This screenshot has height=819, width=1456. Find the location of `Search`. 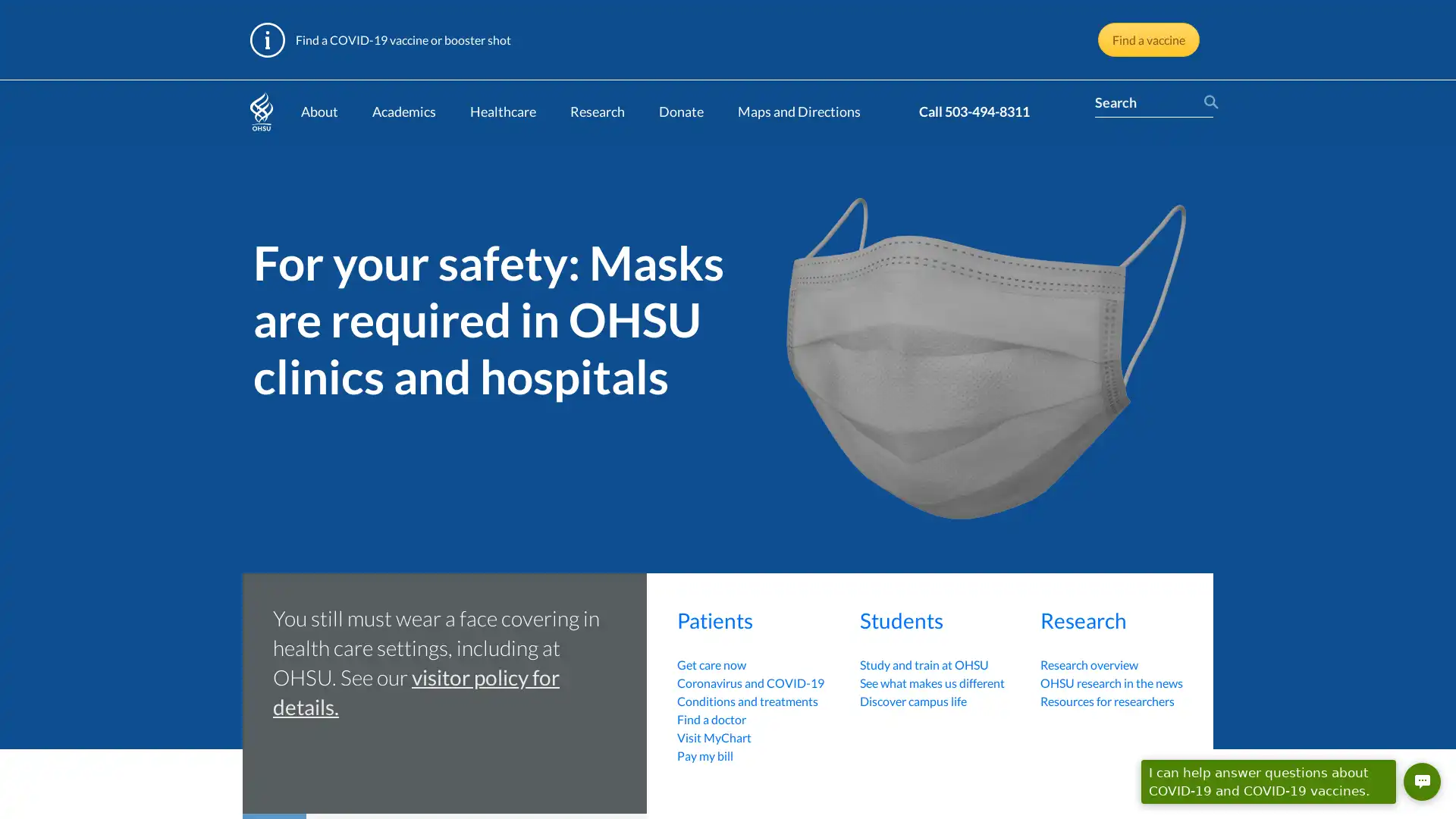

Search is located at coordinates (1207, 102).